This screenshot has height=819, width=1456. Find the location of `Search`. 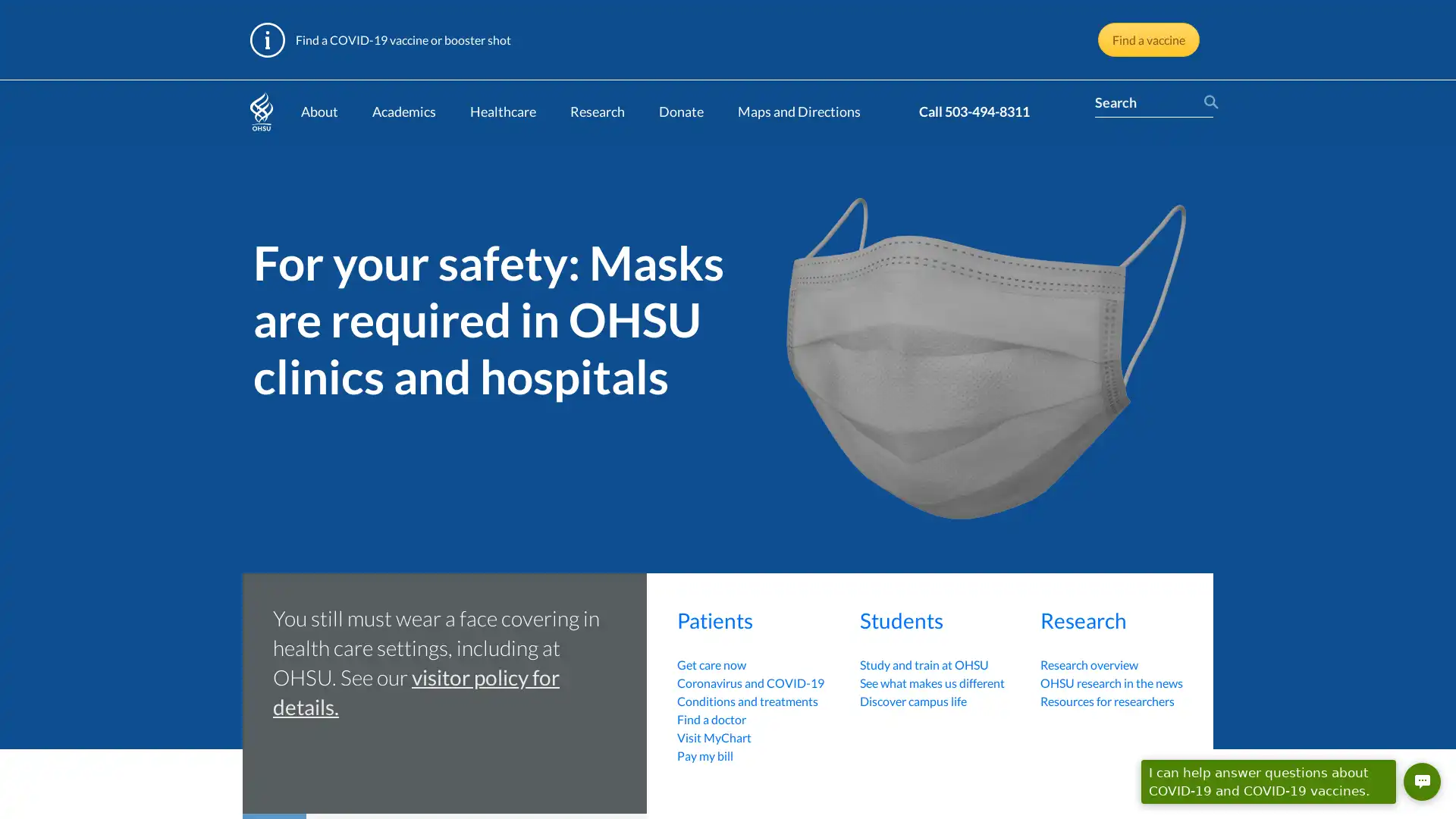

Search is located at coordinates (1207, 102).